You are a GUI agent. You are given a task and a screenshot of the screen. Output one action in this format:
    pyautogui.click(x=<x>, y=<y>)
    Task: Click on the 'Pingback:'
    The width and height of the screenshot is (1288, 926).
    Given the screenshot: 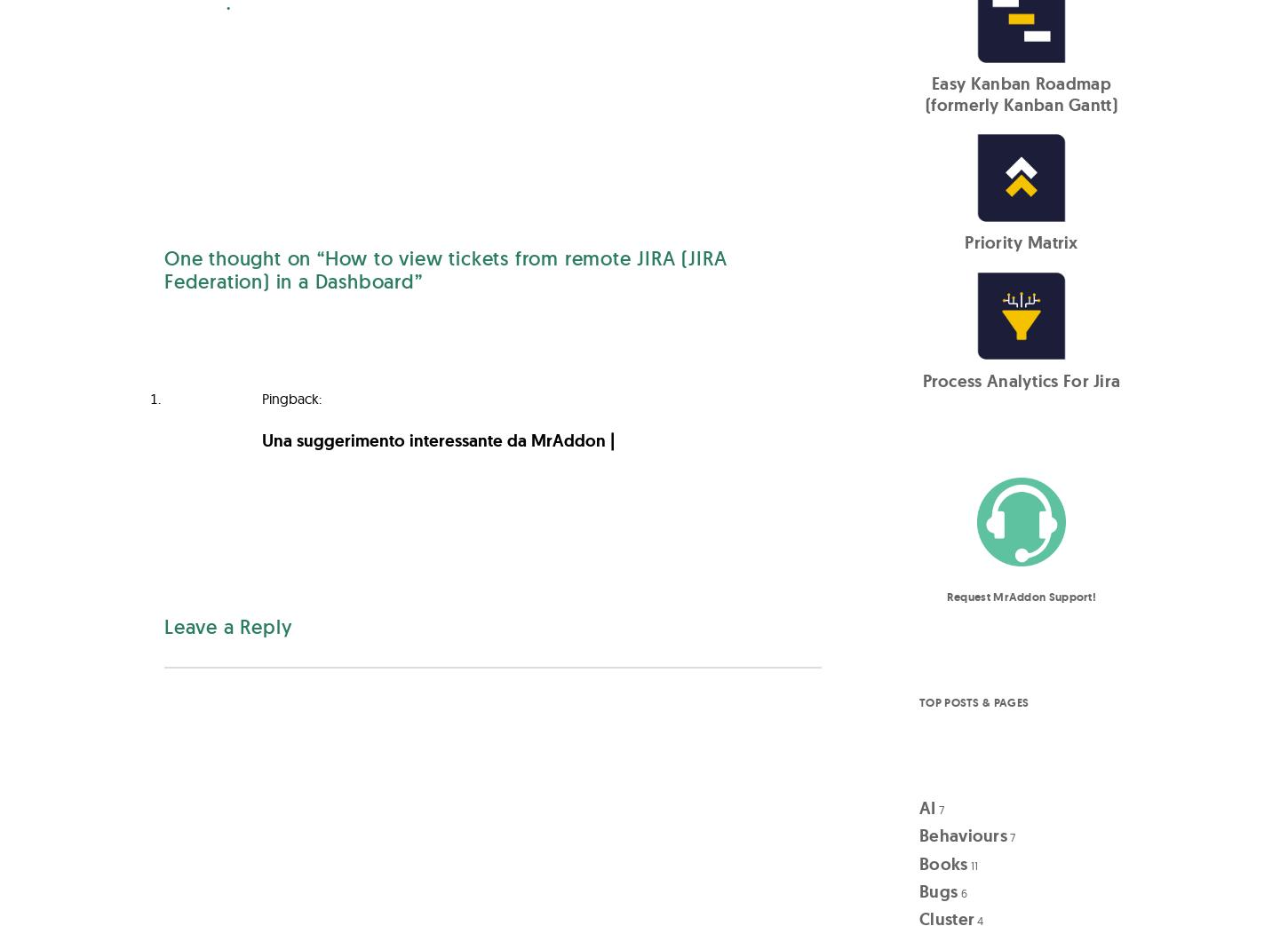 What is the action you would take?
    pyautogui.click(x=291, y=398)
    